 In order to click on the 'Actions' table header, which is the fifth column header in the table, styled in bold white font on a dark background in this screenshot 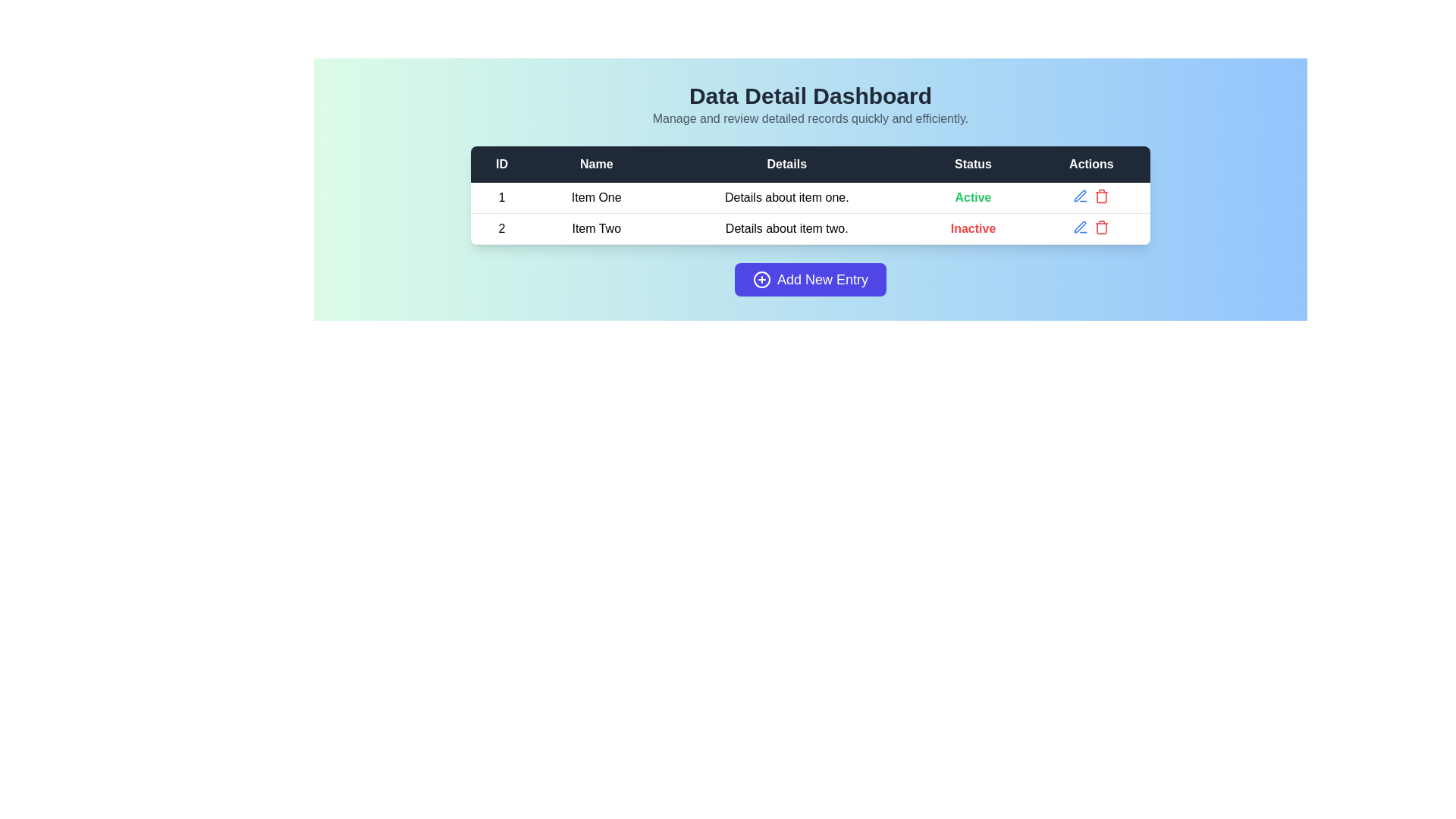, I will do `click(1090, 164)`.